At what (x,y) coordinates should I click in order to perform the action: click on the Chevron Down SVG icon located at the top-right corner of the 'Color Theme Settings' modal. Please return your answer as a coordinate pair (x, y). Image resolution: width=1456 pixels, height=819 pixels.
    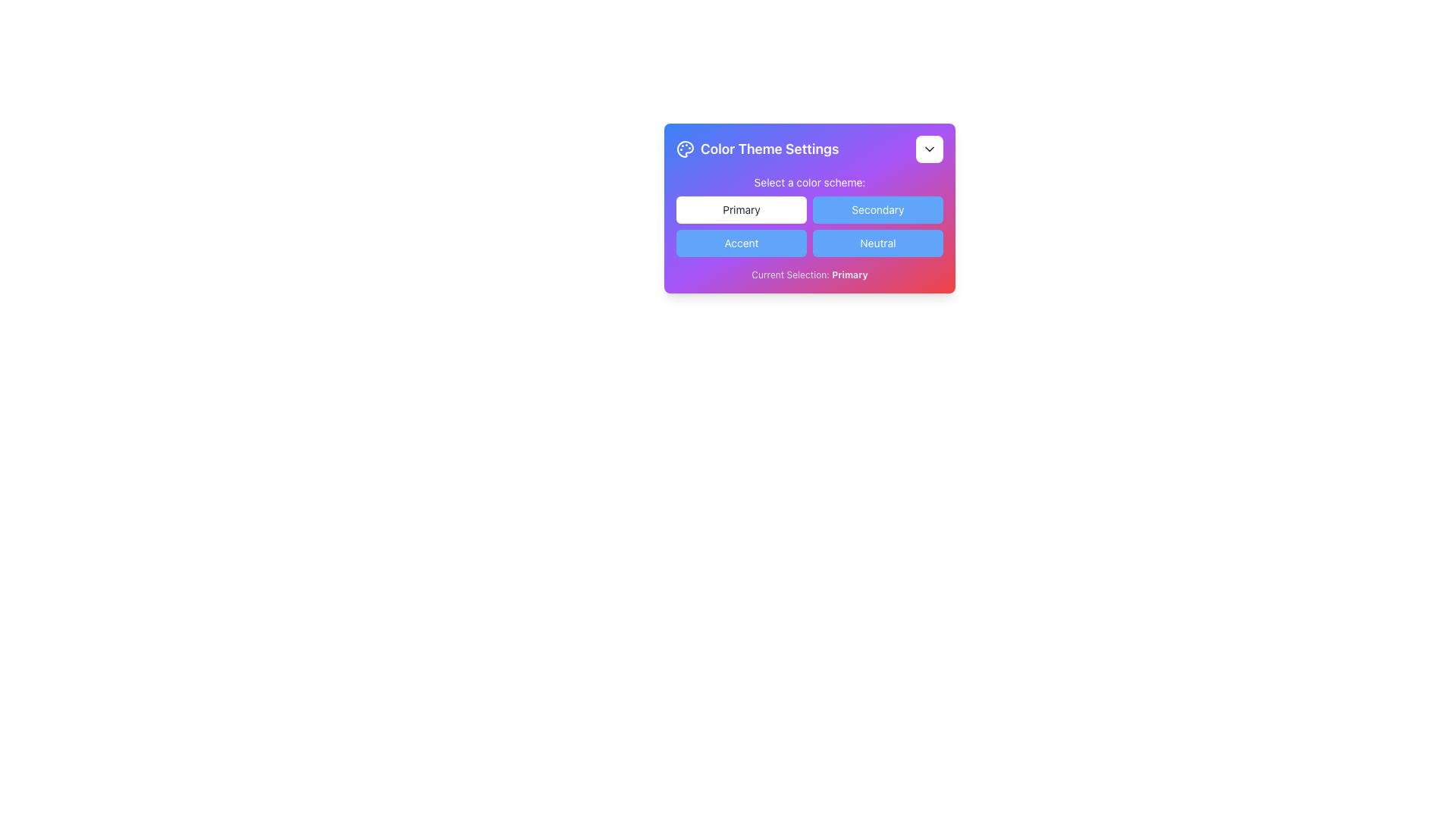
    Looking at the image, I should click on (928, 149).